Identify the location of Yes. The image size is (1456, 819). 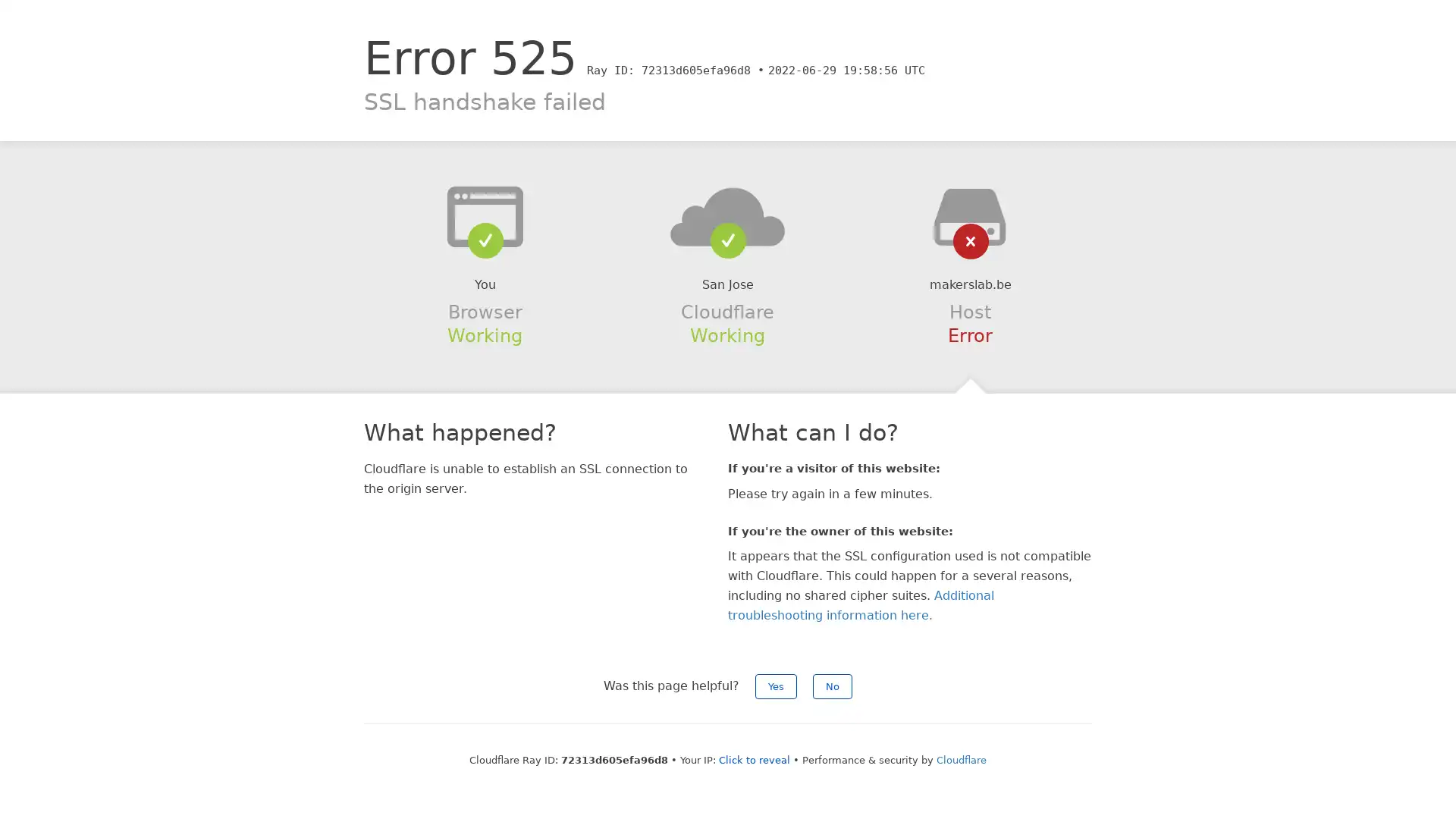
(776, 686).